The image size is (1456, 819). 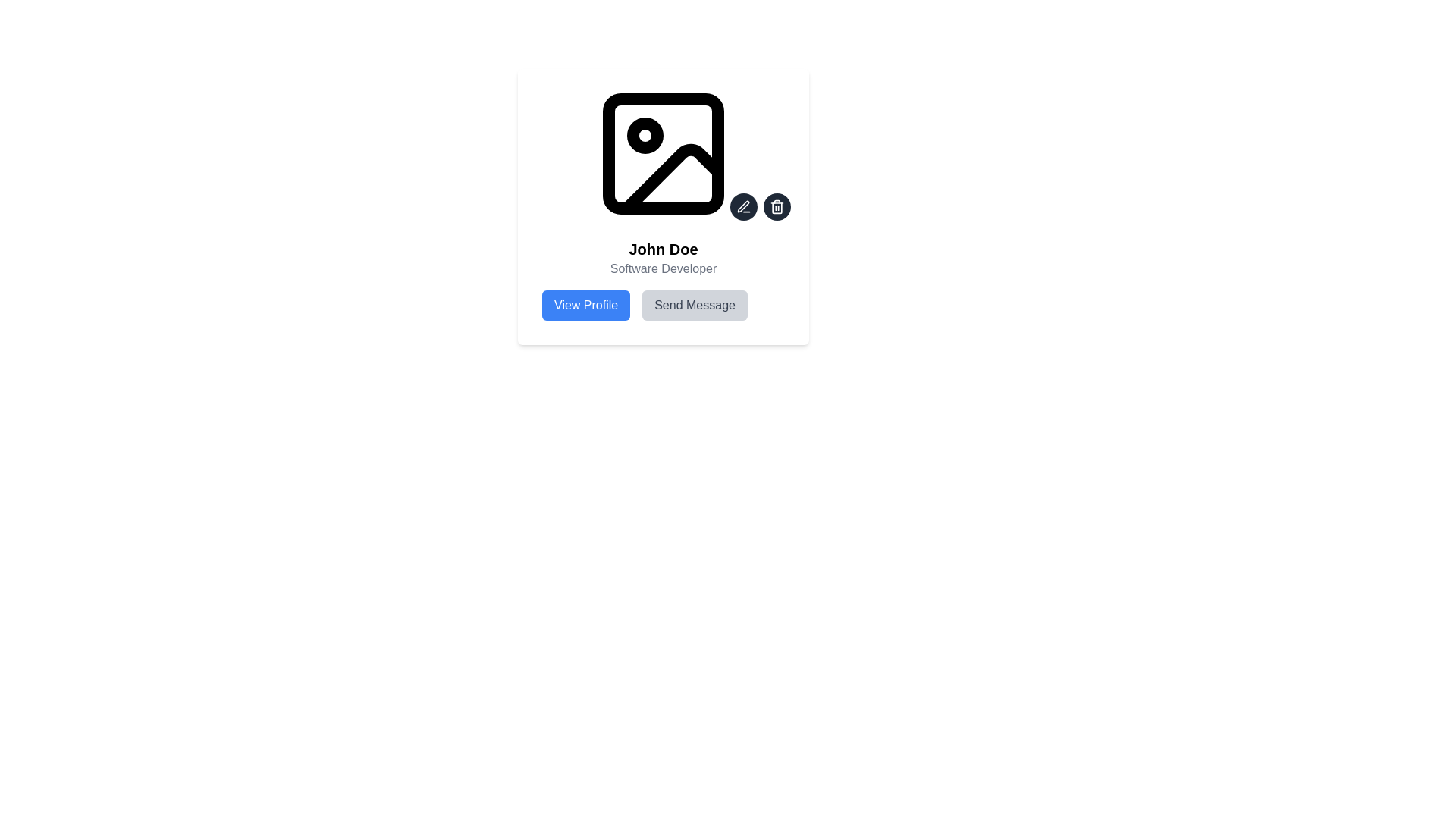 What do you see at coordinates (743, 206) in the screenshot?
I see `the edit button icon located in the top-right corner of the user card` at bounding box center [743, 206].